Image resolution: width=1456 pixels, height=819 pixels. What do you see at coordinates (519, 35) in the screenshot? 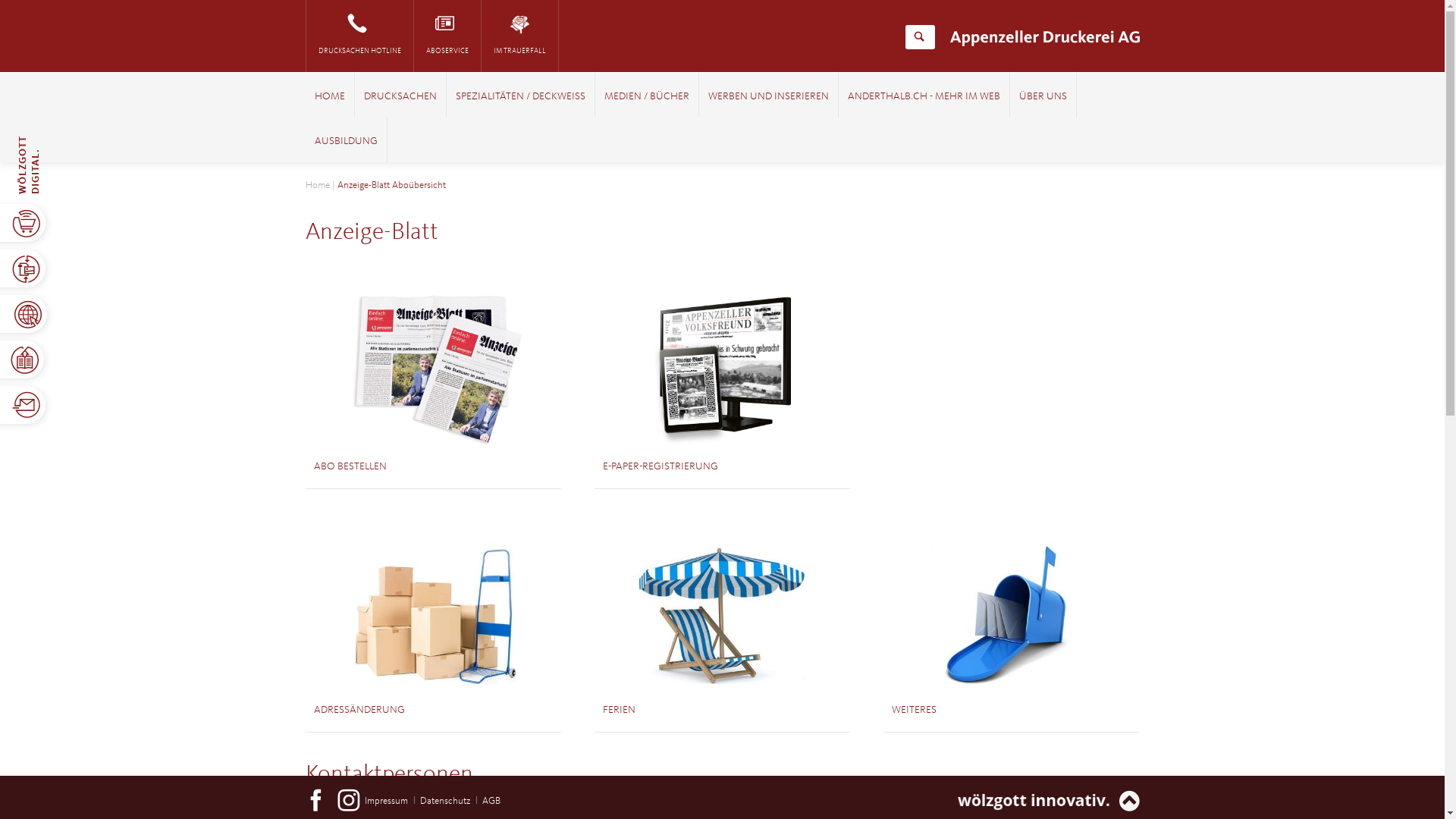
I see `'IM TRAUERFALL'` at bounding box center [519, 35].